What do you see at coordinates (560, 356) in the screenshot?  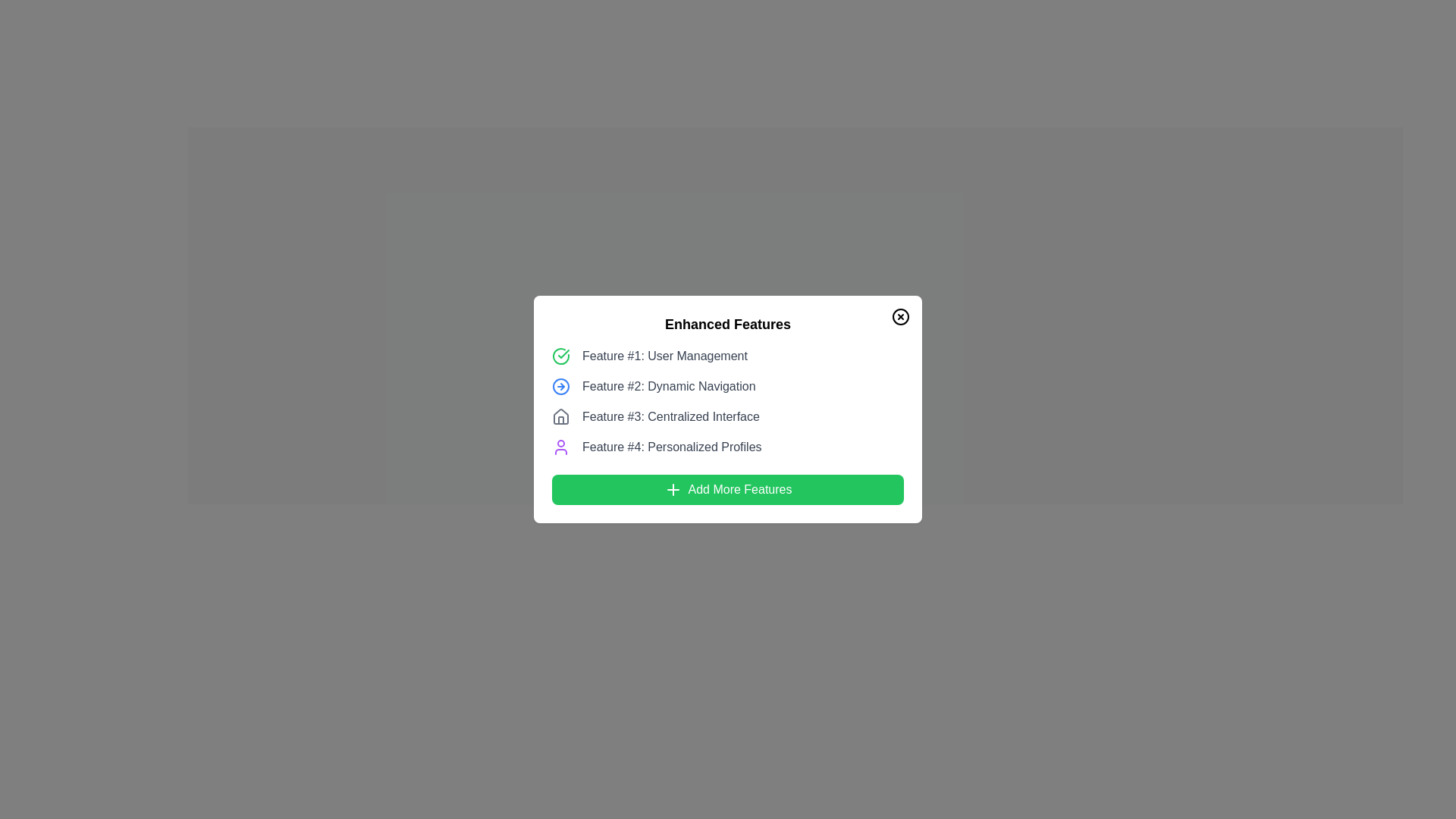 I see `the icon indicating the completion or activation of the 'User Management' feature, which is positioned to the left of the text 'Feature #1: User Management' in the vertical list of icons` at bounding box center [560, 356].